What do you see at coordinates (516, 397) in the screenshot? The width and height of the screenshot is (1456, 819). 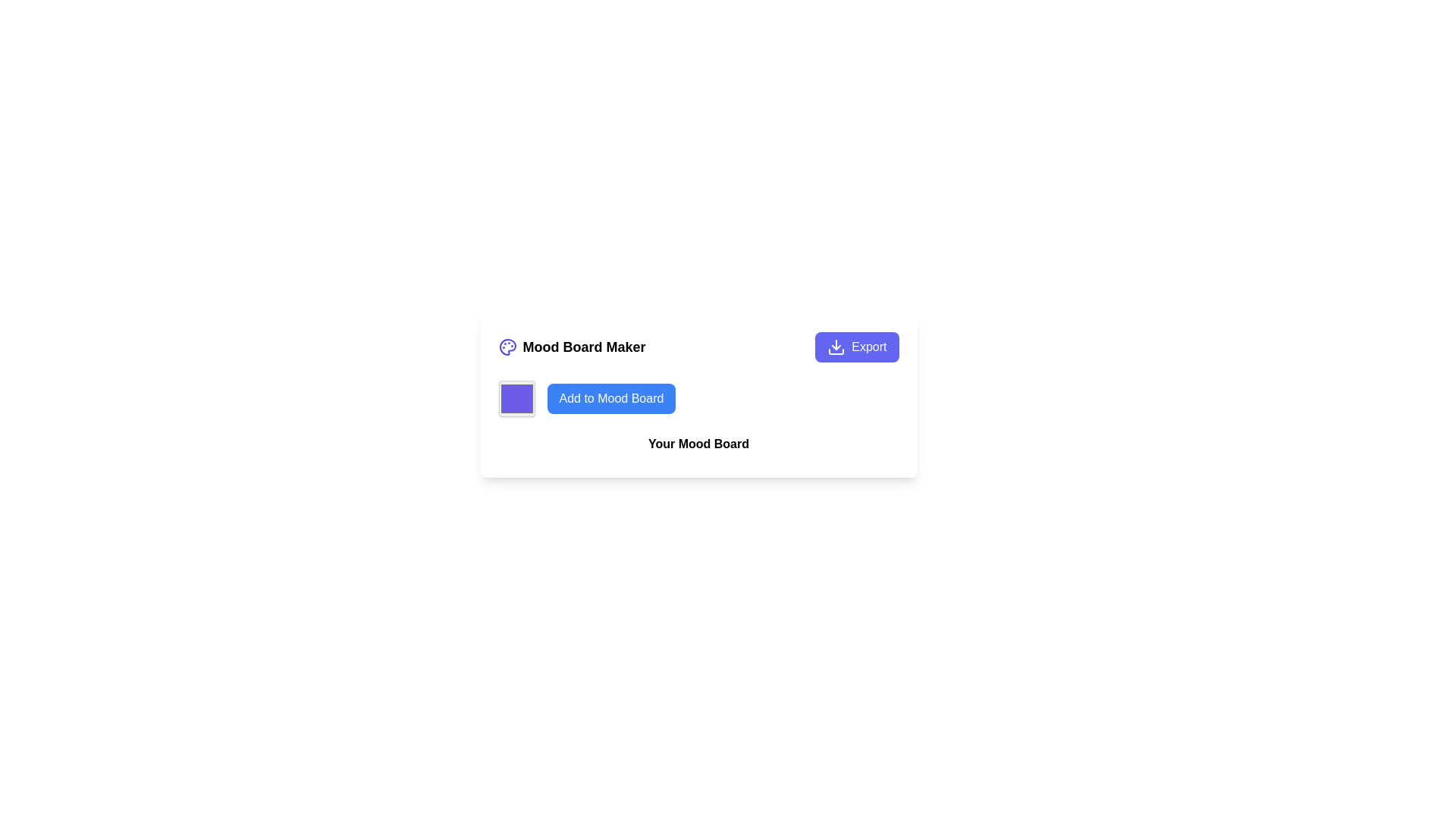 I see `the Color Picker Input located to the left of the 'Add to Mood Board' button` at bounding box center [516, 397].